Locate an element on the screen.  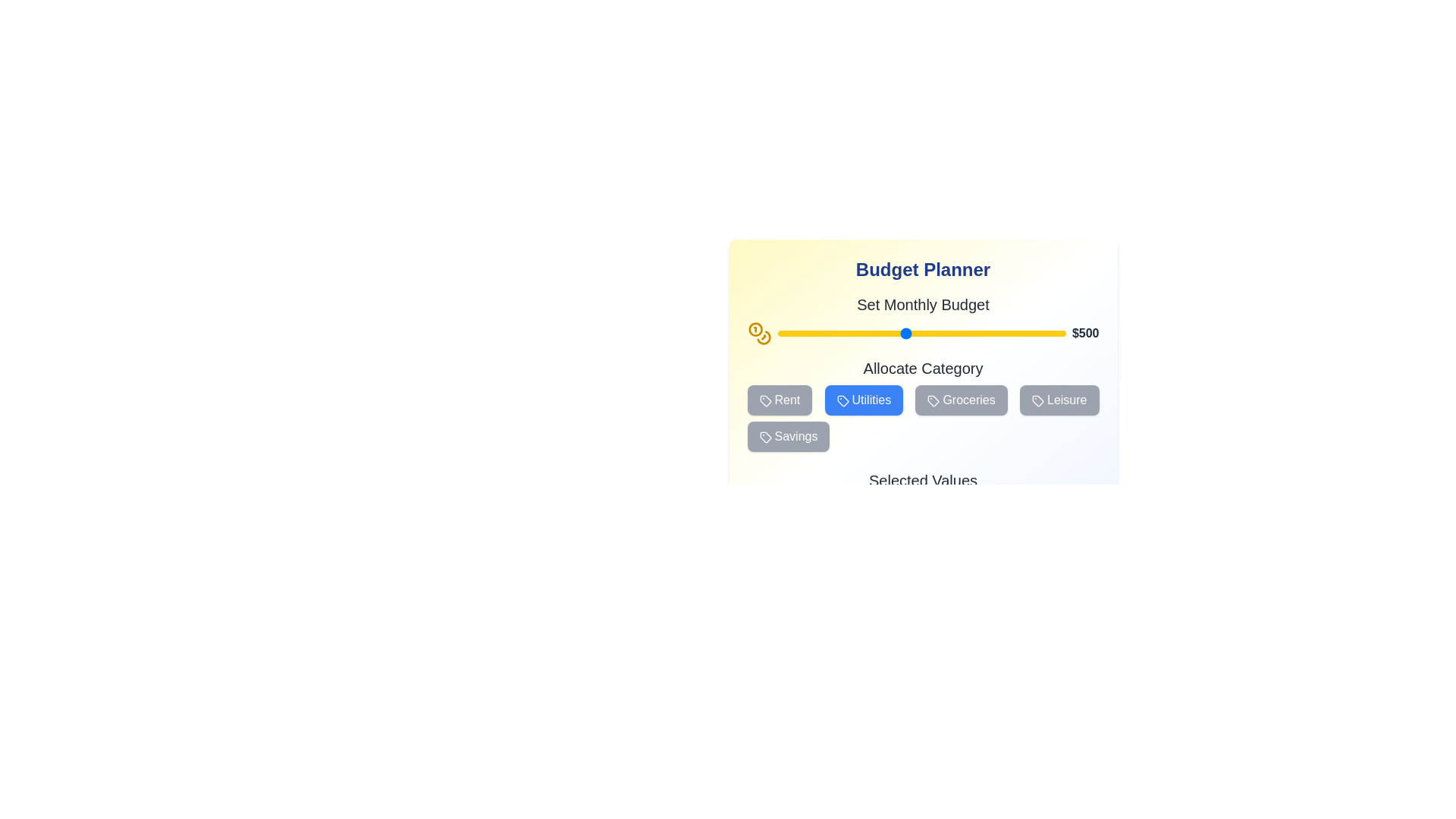
the 'Savings' button located at the bottom-left of the category selection layout is located at coordinates (788, 436).